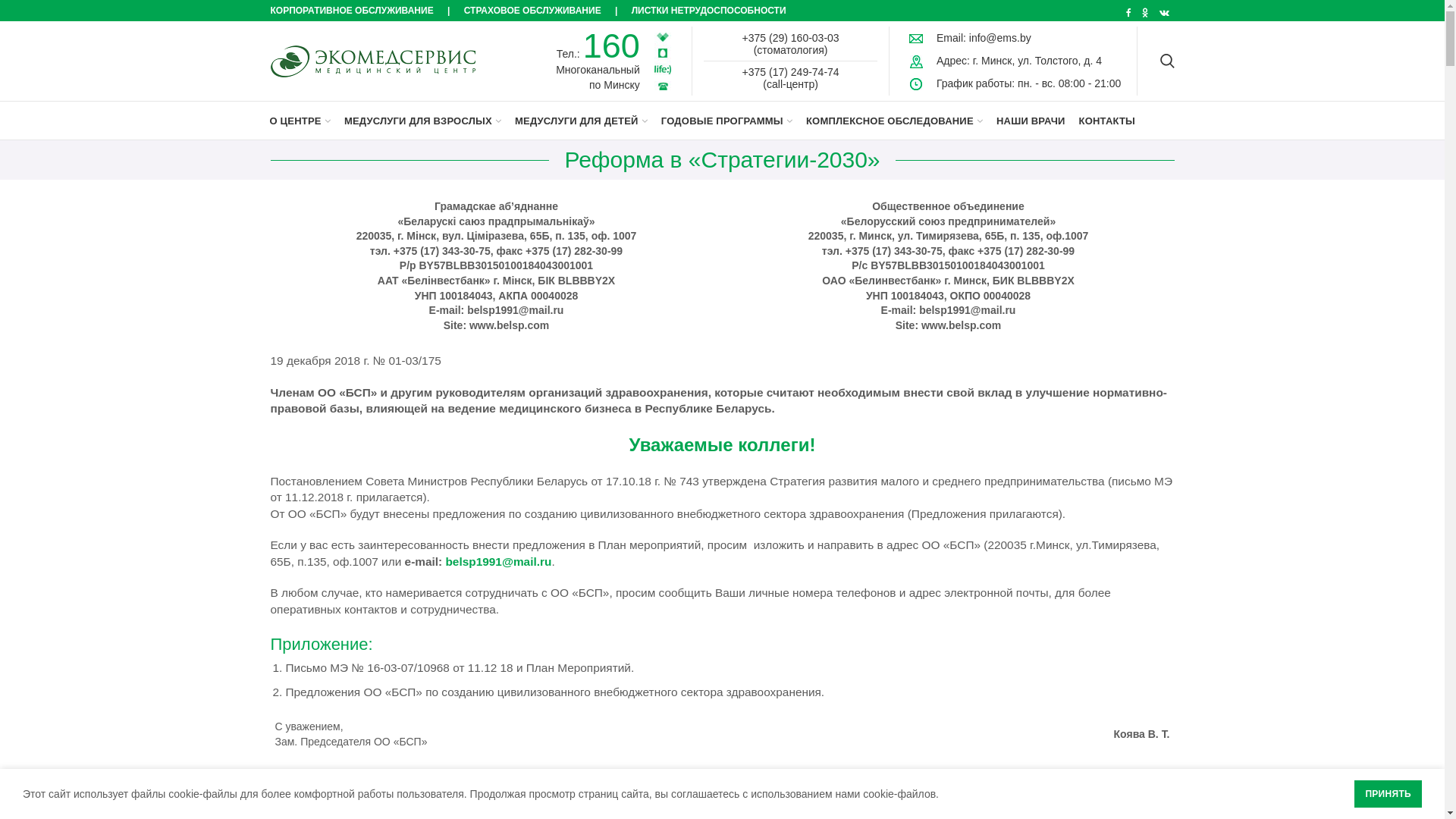 This screenshot has height=819, width=1456. What do you see at coordinates (1144, 12) in the screenshot?
I see `'Odnoklassniki'` at bounding box center [1144, 12].